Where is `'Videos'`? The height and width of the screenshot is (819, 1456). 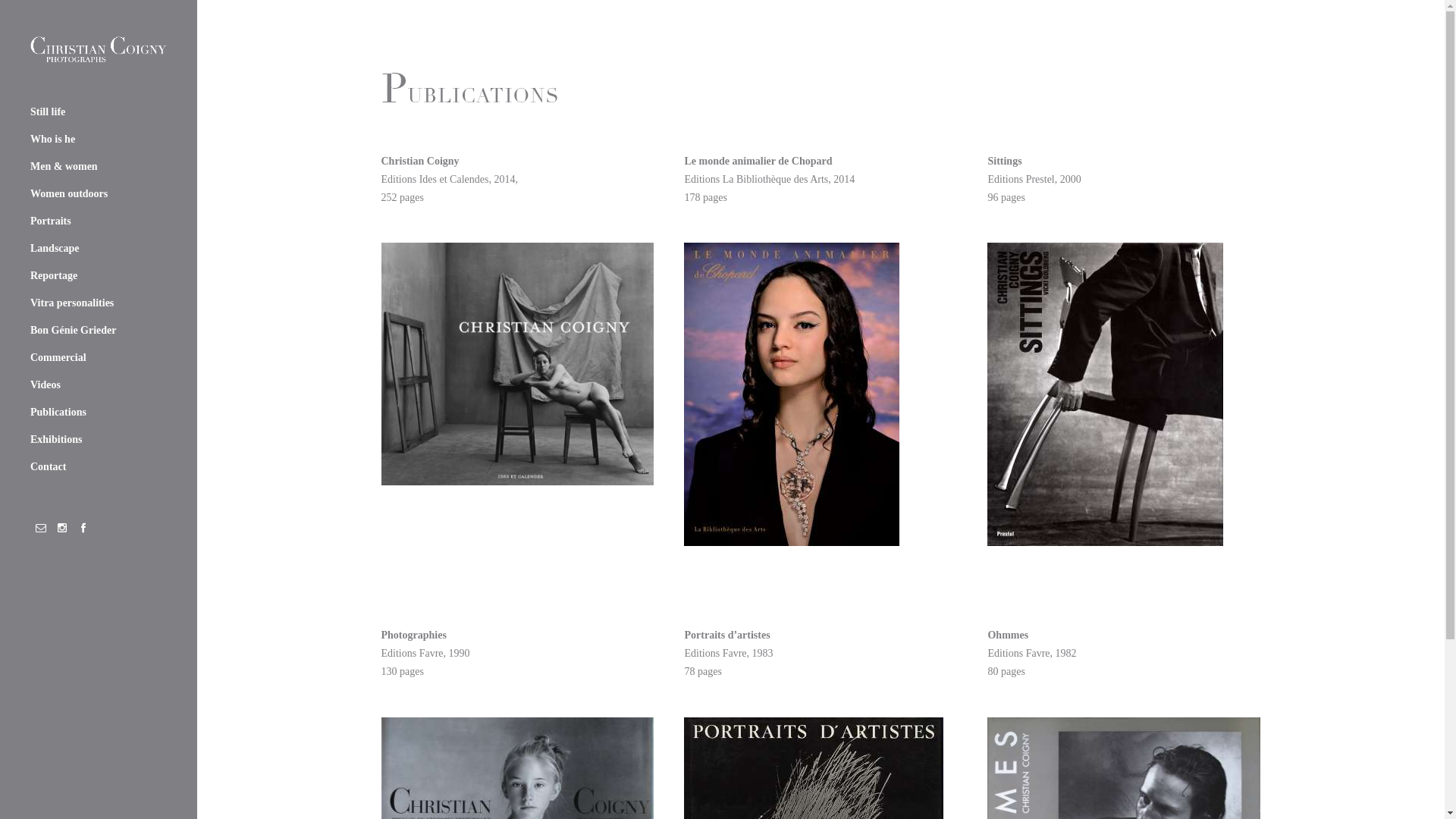 'Videos' is located at coordinates (97, 384).